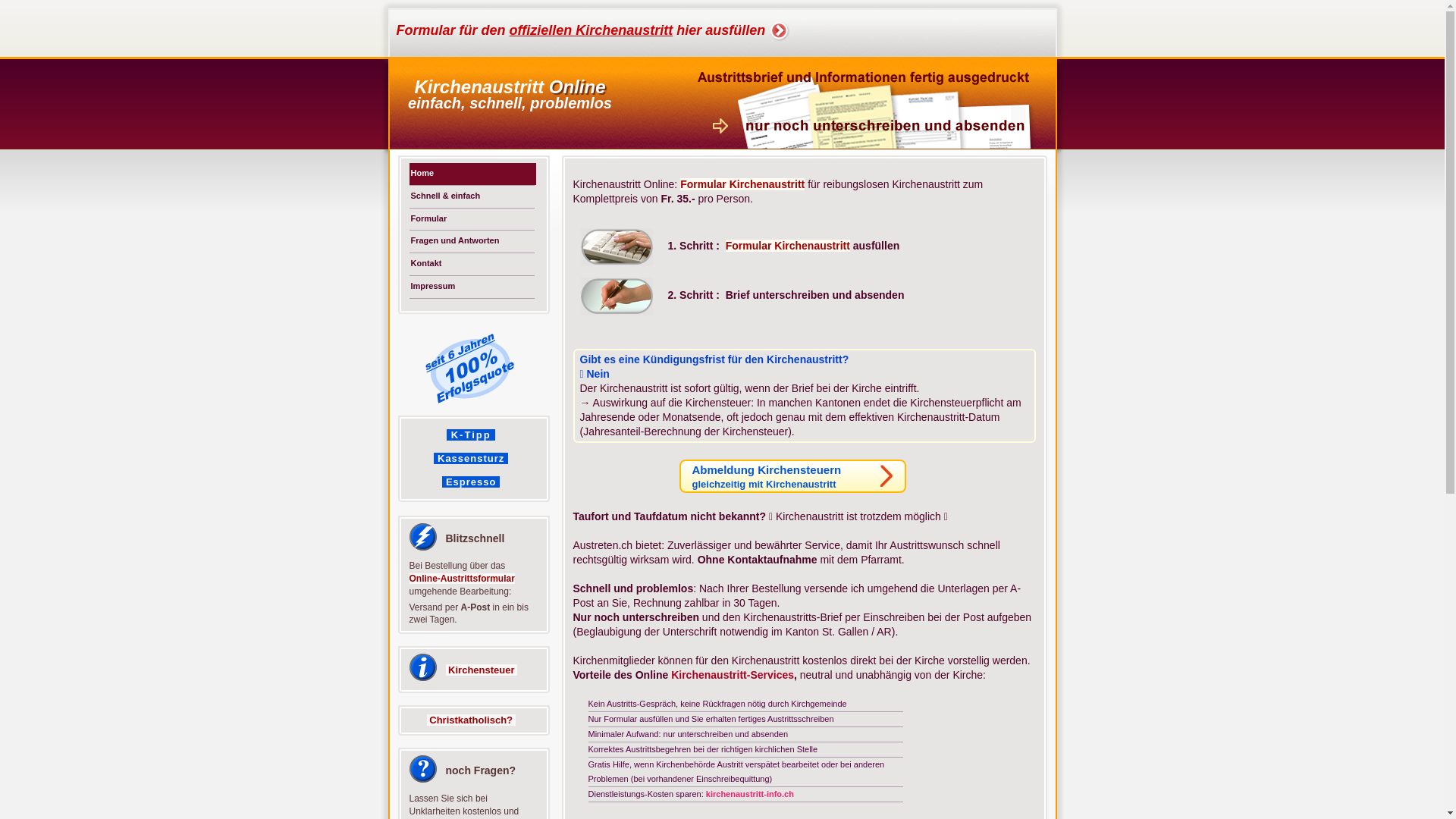 Image resolution: width=1456 pixels, height=819 pixels. Describe the element at coordinates (472, 263) in the screenshot. I see `'Kontakt'` at that location.